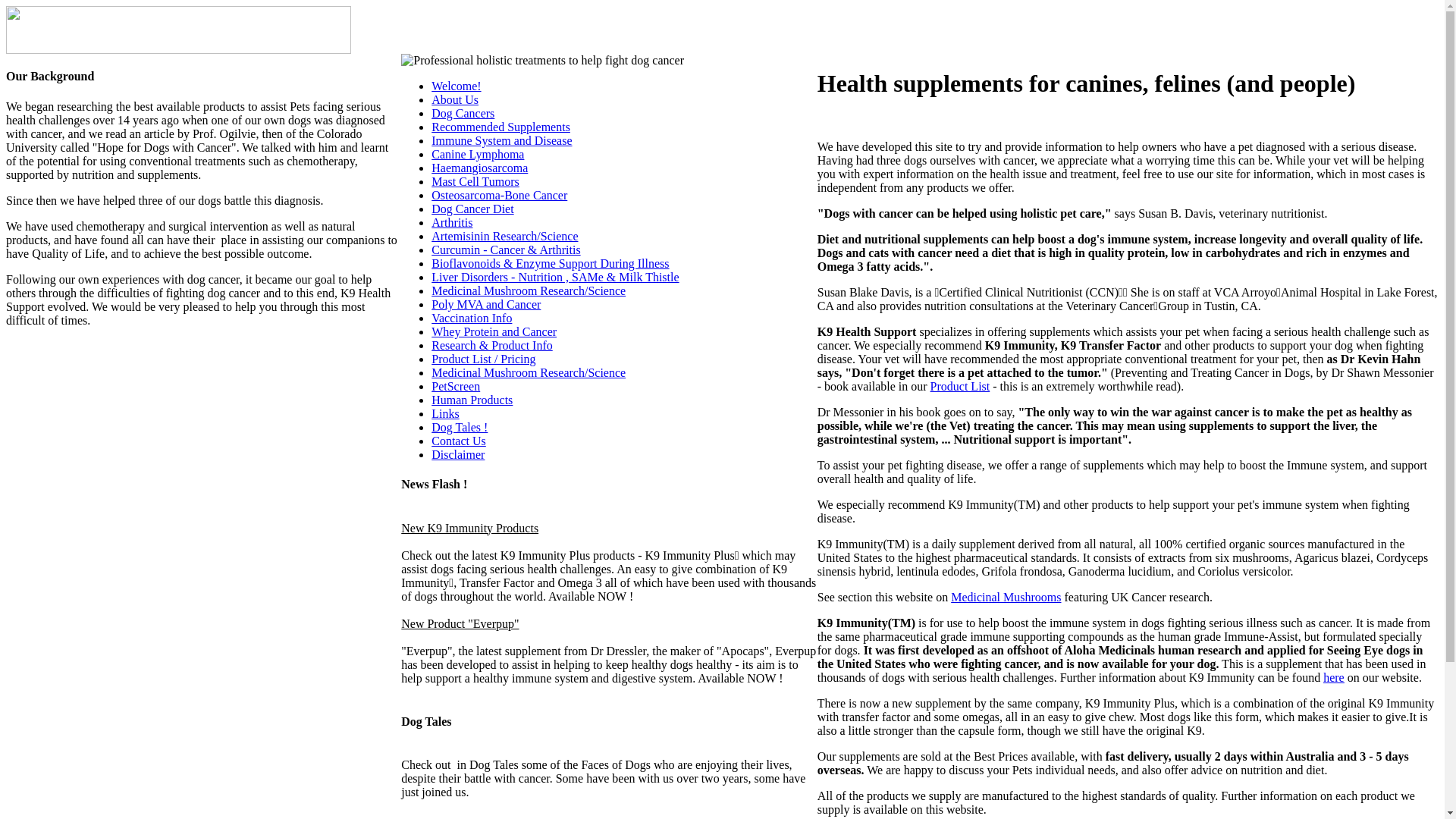  Describe the element at coordinates (549, 262) in the screenshot. I see `'Bioflavonoids & Enzyme Support During Illness'` at that location.